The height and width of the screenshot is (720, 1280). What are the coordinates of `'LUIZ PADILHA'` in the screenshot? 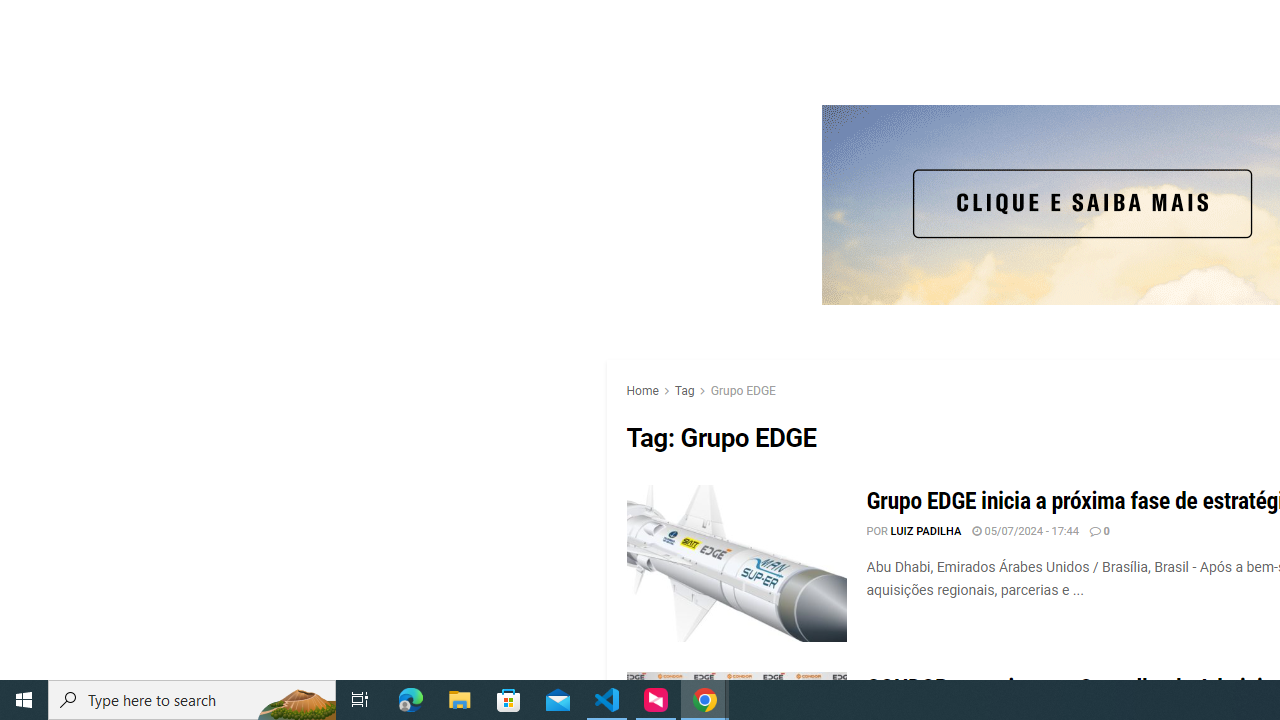 It's located at (925, 530).